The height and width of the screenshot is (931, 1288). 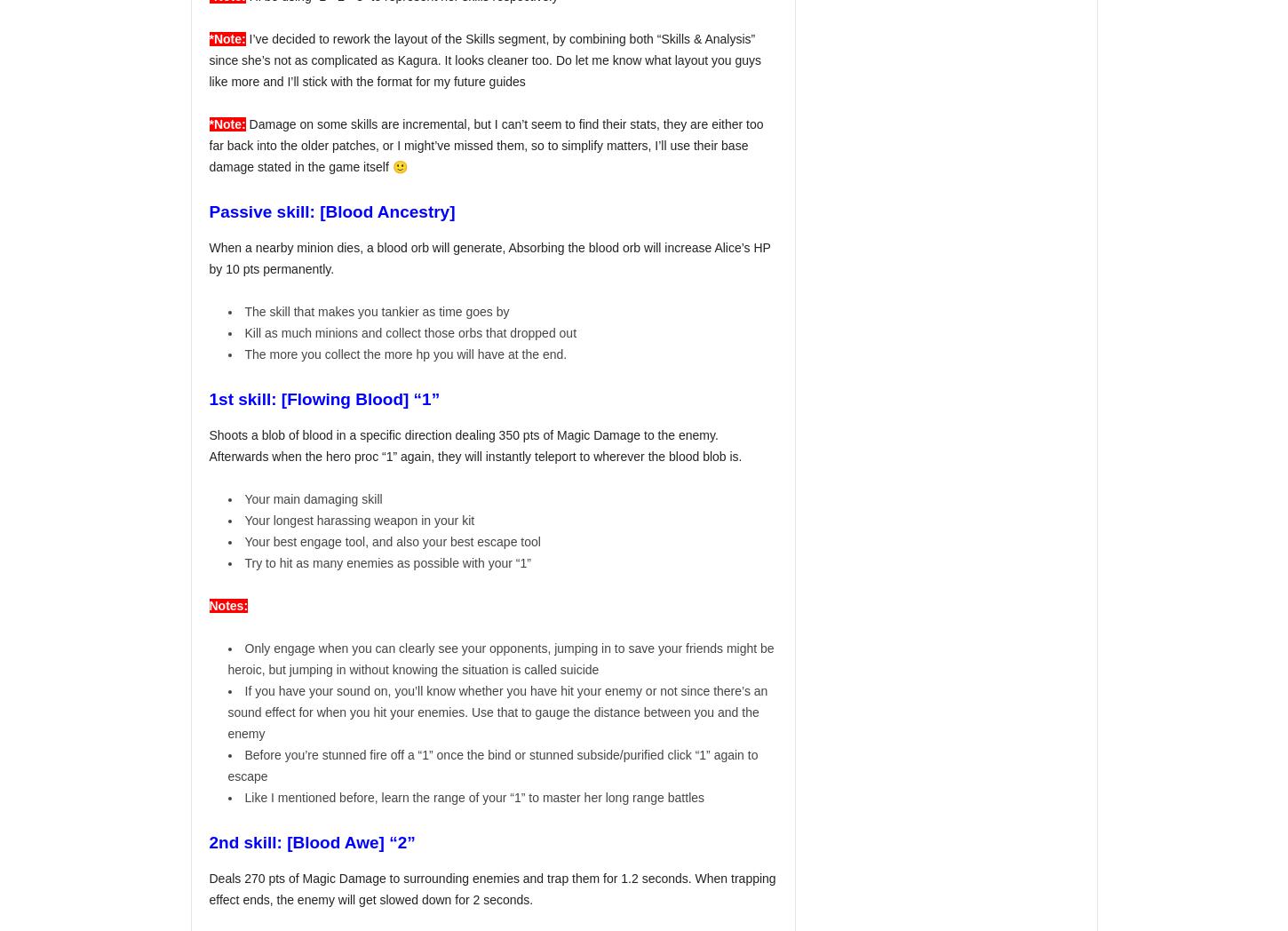 What do you see at coordinates (313, 498) in the screenshot?
I see `'Your main damaging skill'` at bounding box center [313, 498].